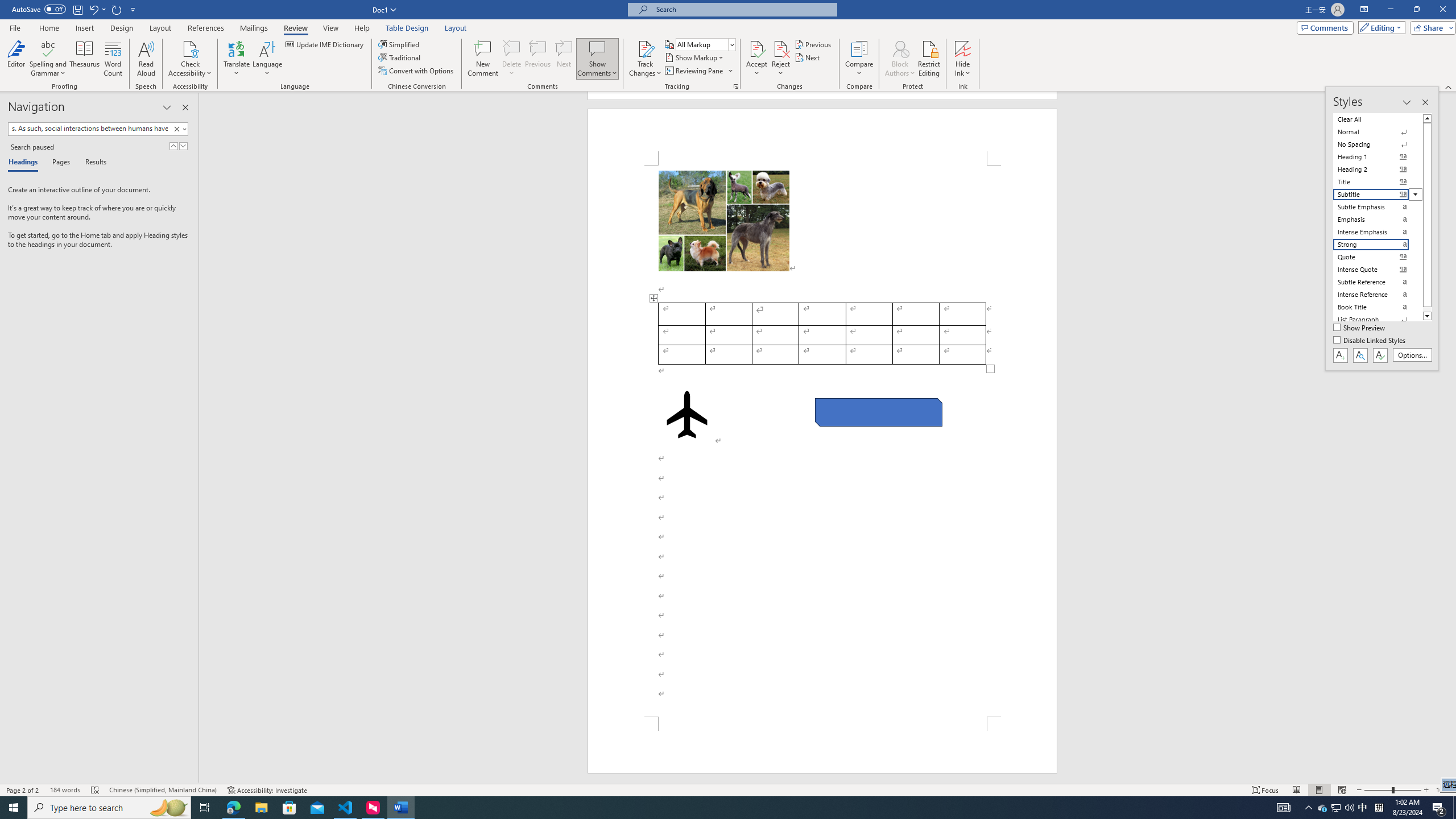 Image resolution: width=1456 pixels, height=819 pixels. Describe the element at coordinates (822, 440) in the screenshot. I see `'Page 2 content'` at that location.